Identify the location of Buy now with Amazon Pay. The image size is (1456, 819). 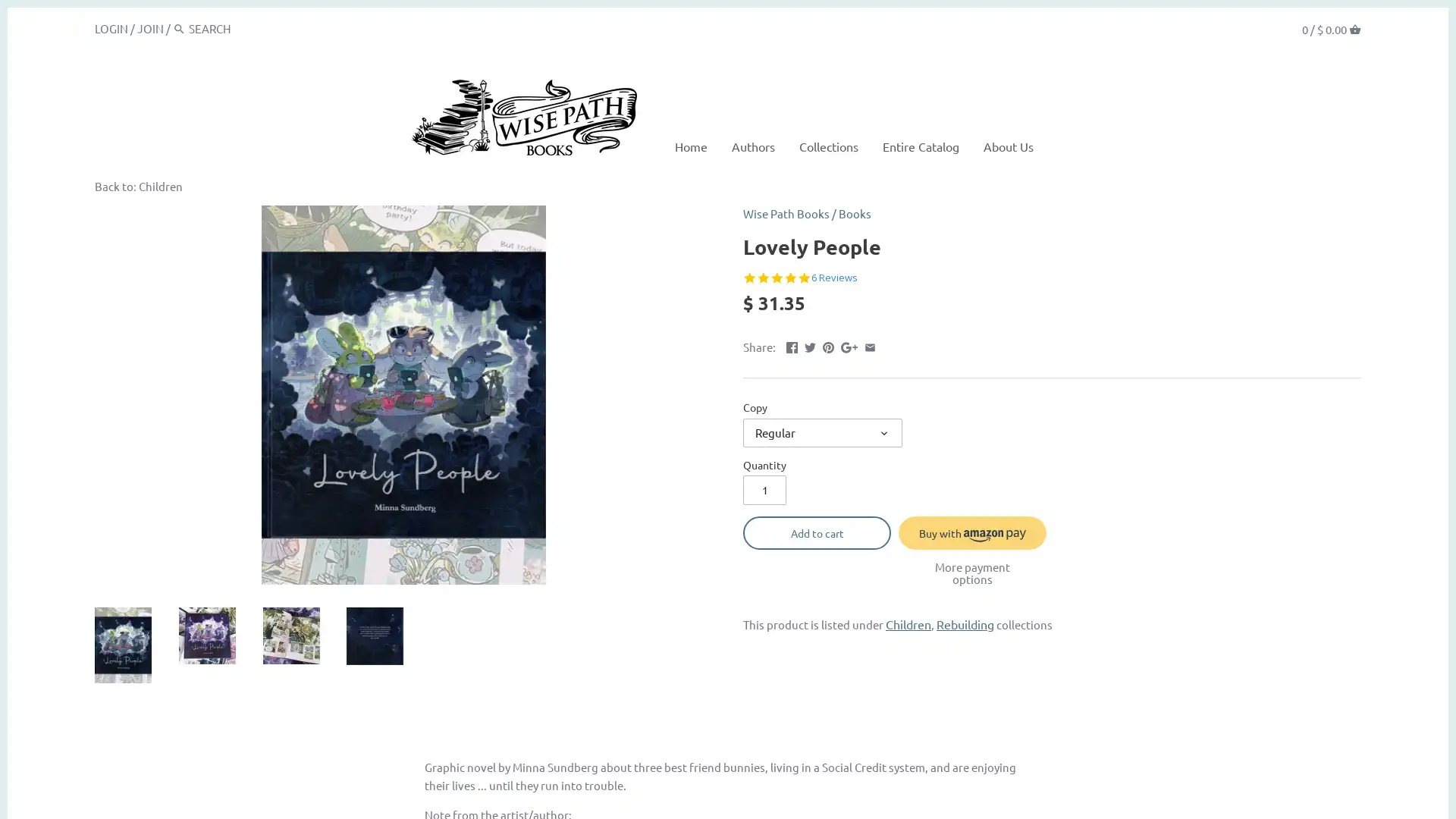
(972, 532).